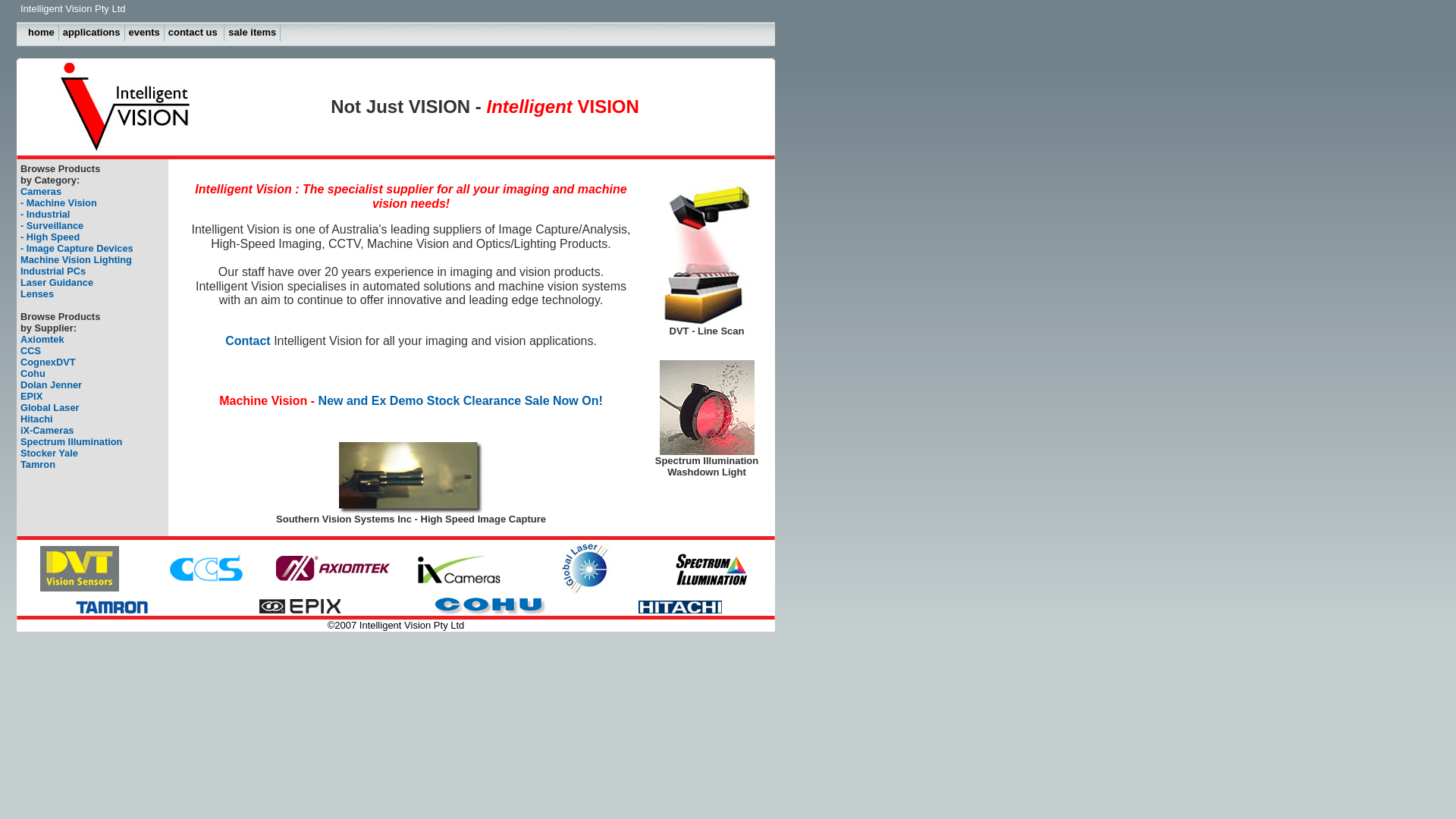  What do you see at coordinates (36, 293) in the screenshot?
I see `'Lenses'` at bounding box center [36, 293].